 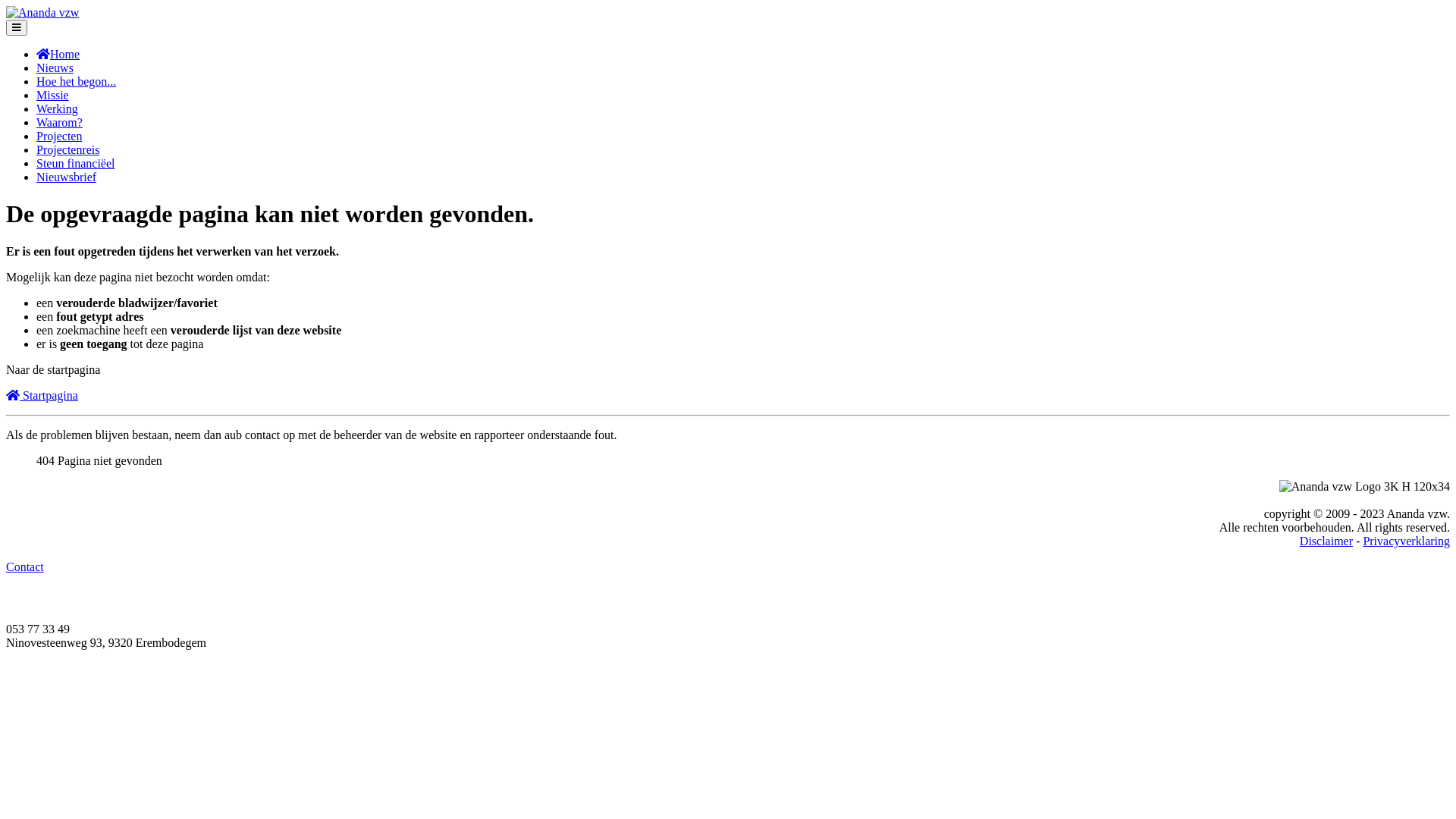 What do you see at coordinates (36, 81) in the screenshot?
I see `'Hoe het begon...'` at bounding box center [36, 81].